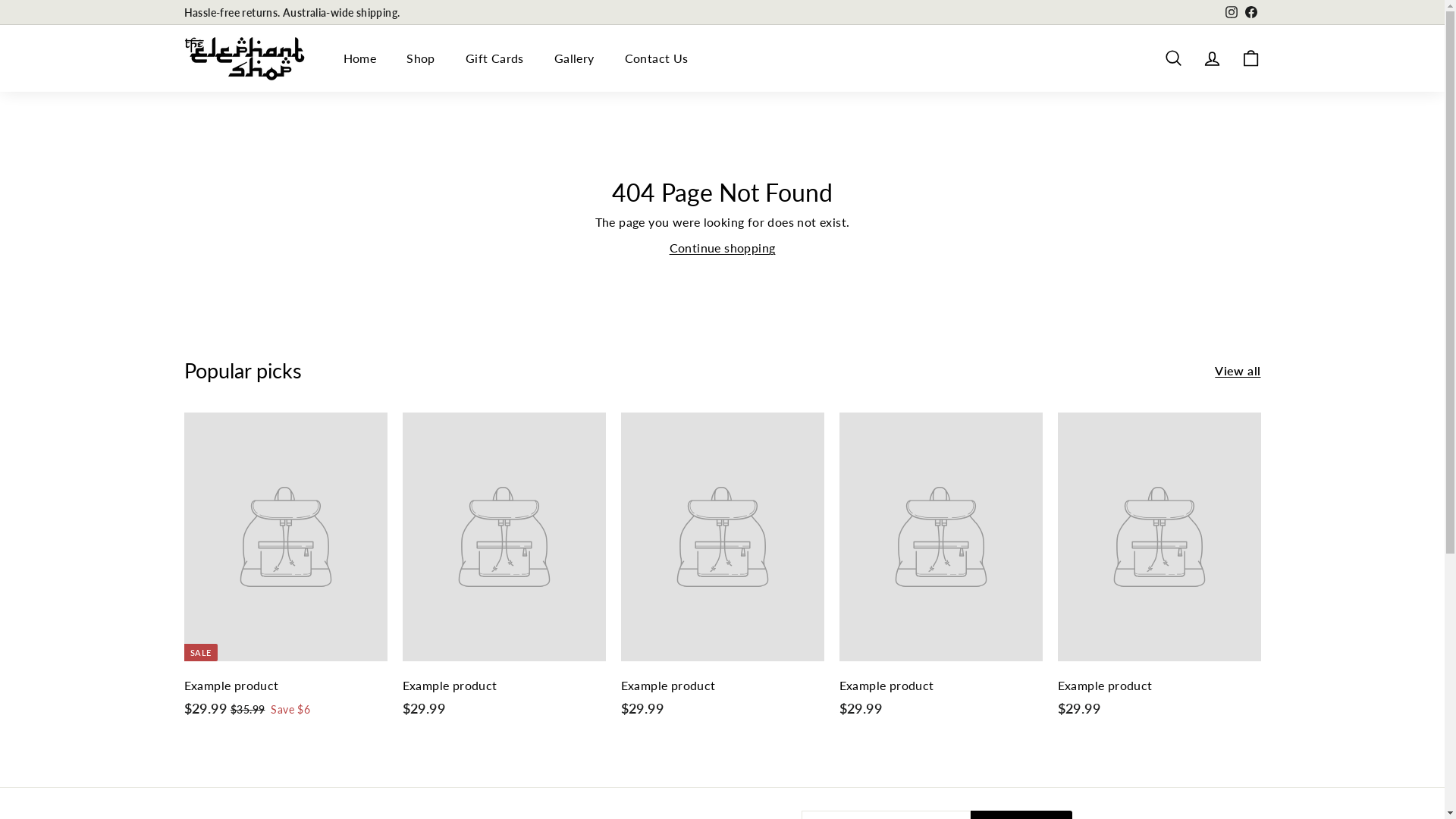  Describe the element at coordinates (656, 58) in the screenshot. I see `'Contact Us'` at that location.